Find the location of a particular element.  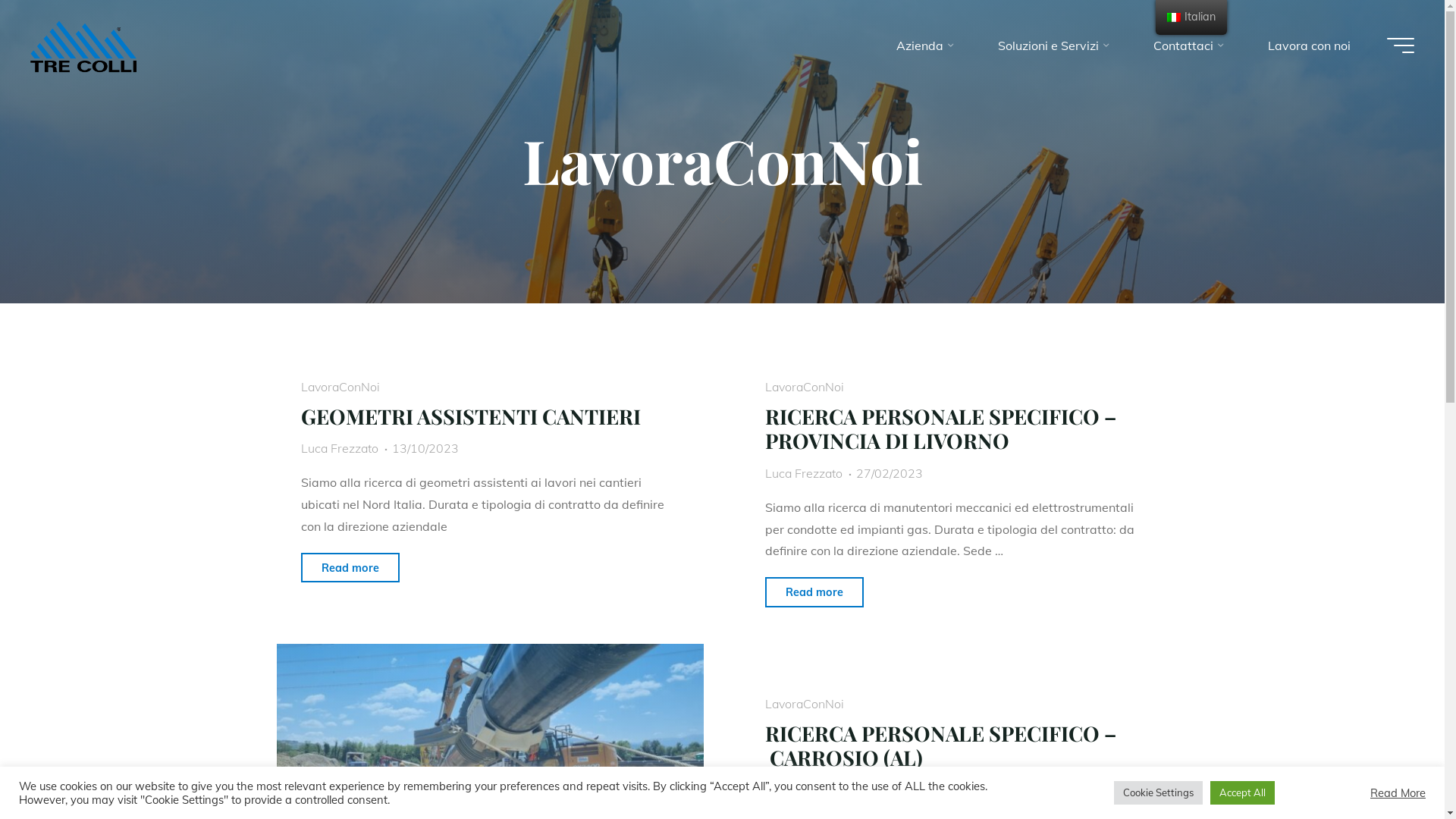

'Italian' is located at coordinates (1190, 17).